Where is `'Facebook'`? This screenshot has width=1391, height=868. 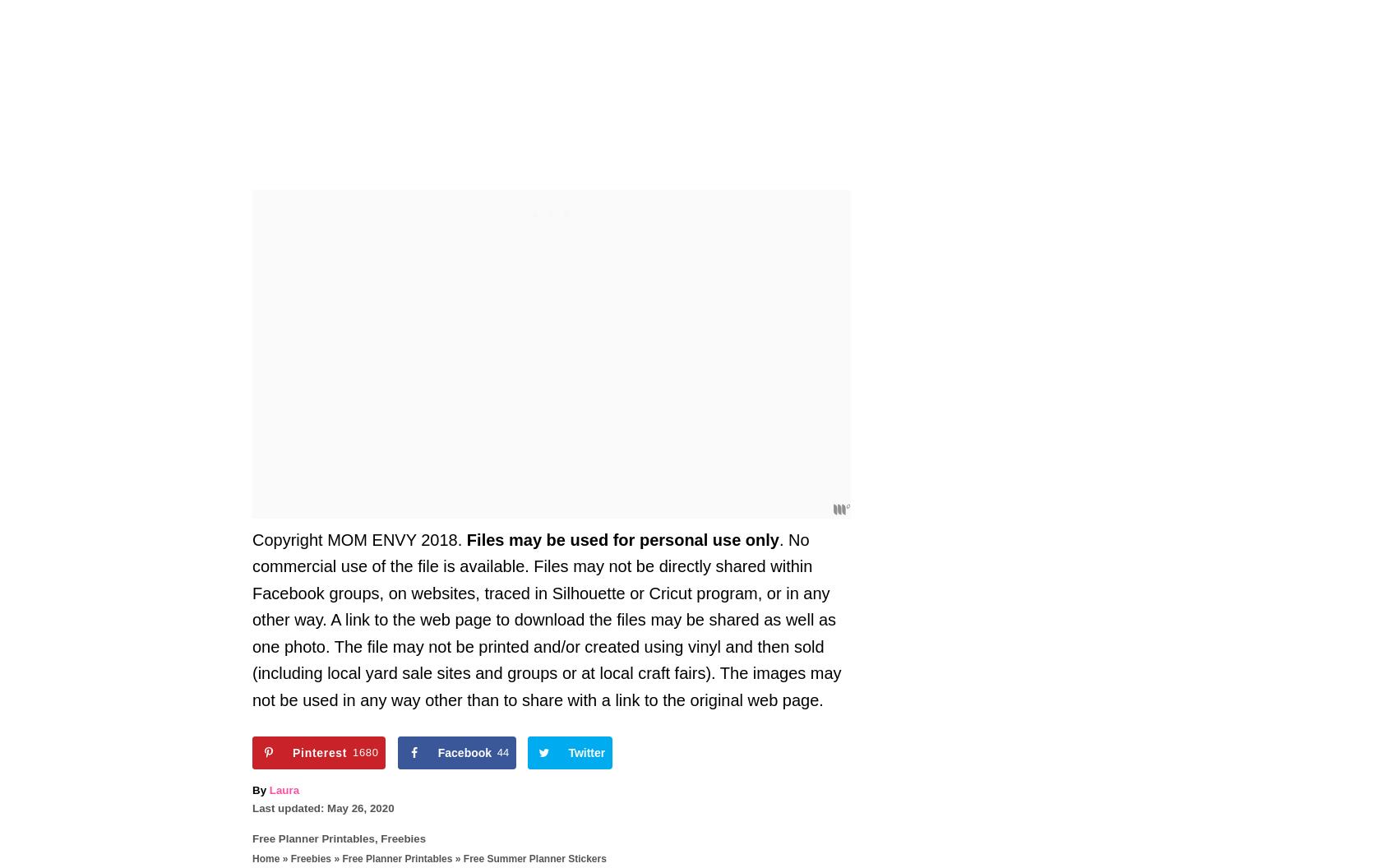
'Facebook' is located at coordinates (464, 751).